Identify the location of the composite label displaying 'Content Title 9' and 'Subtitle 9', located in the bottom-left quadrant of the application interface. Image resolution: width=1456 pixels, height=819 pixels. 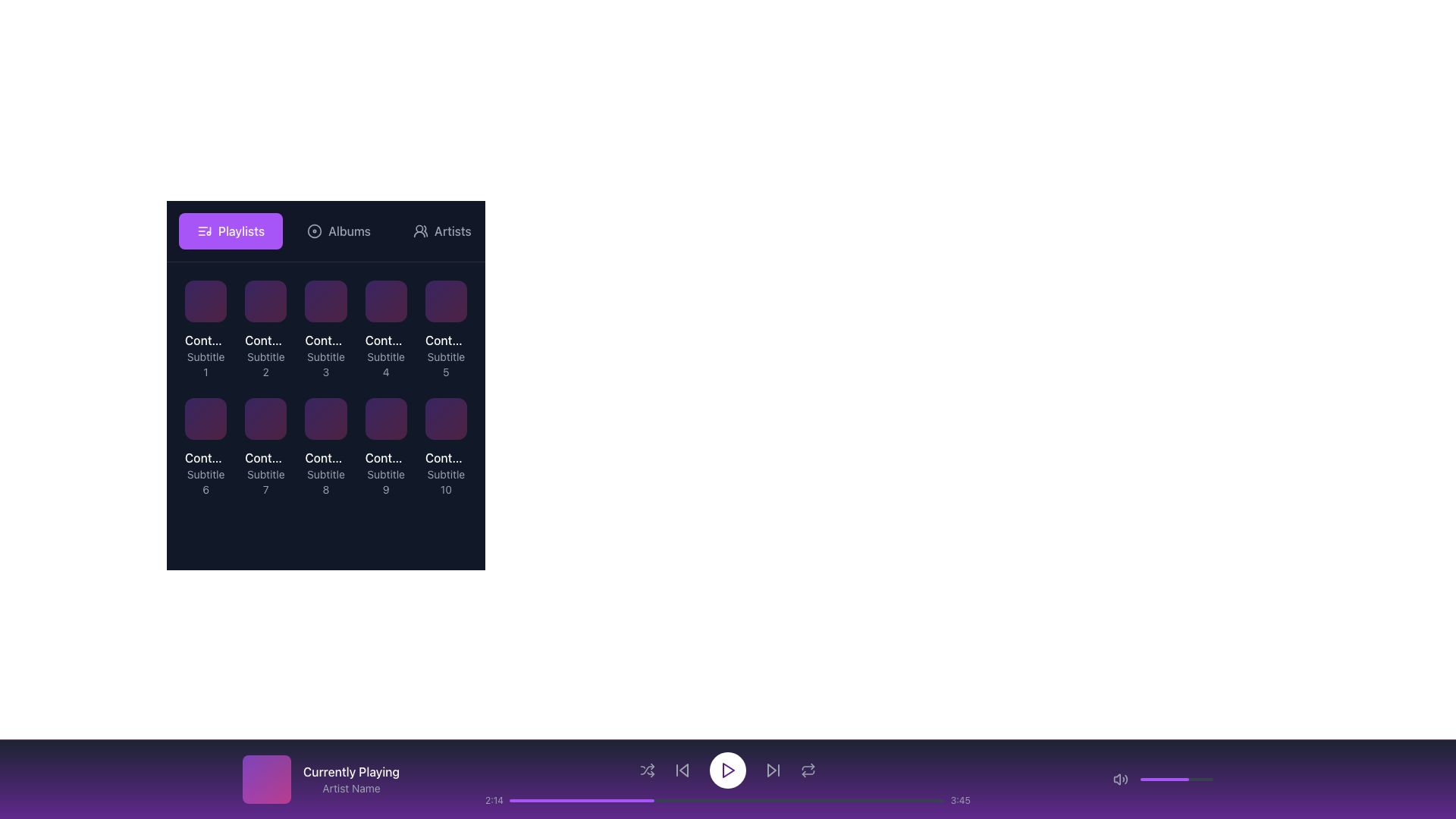
(386, 472).